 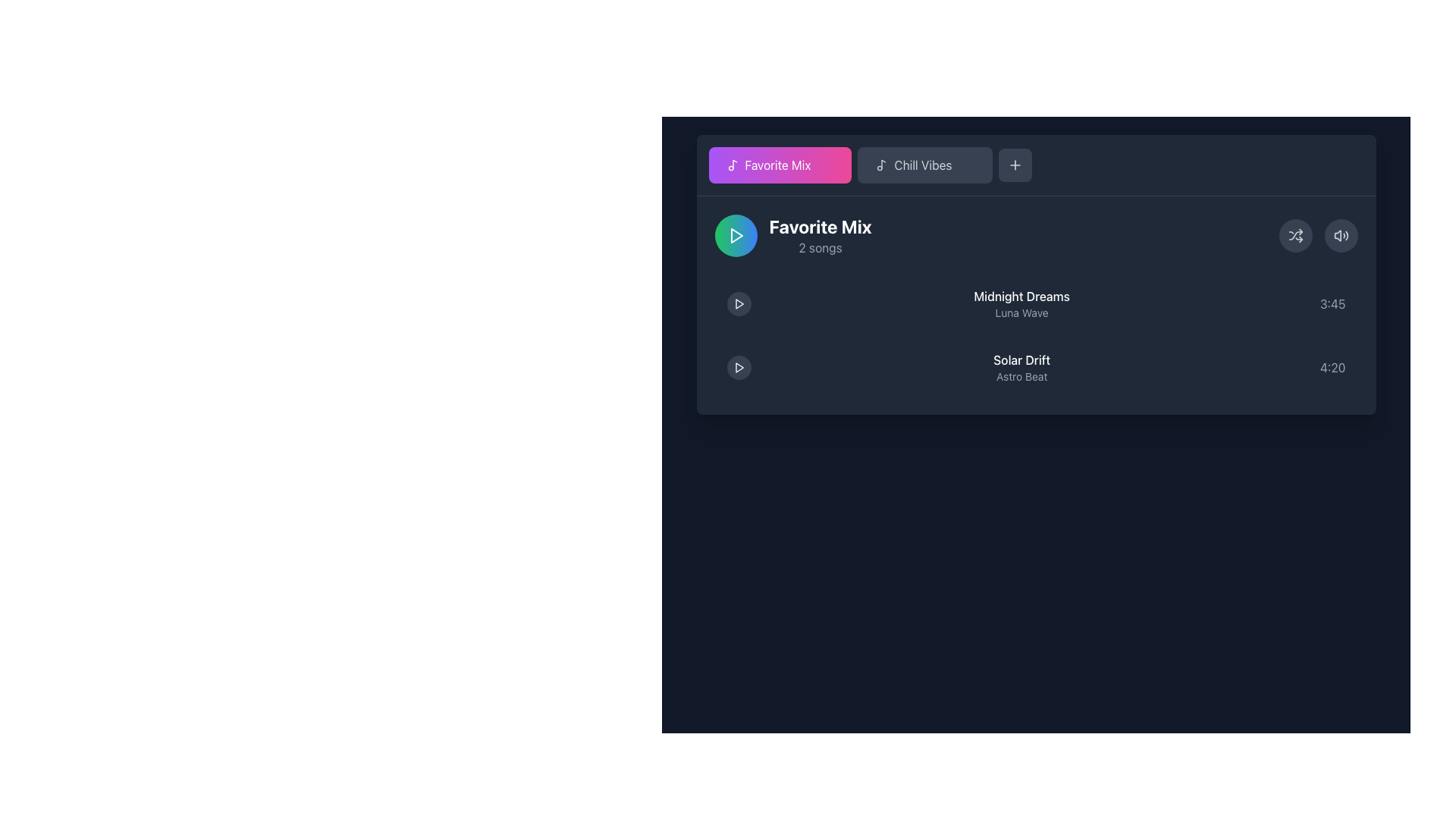 I want to click on the 'Chill Vibes' navigation button, which is styled with gray text on a dark background, so click(x=922, y=165).